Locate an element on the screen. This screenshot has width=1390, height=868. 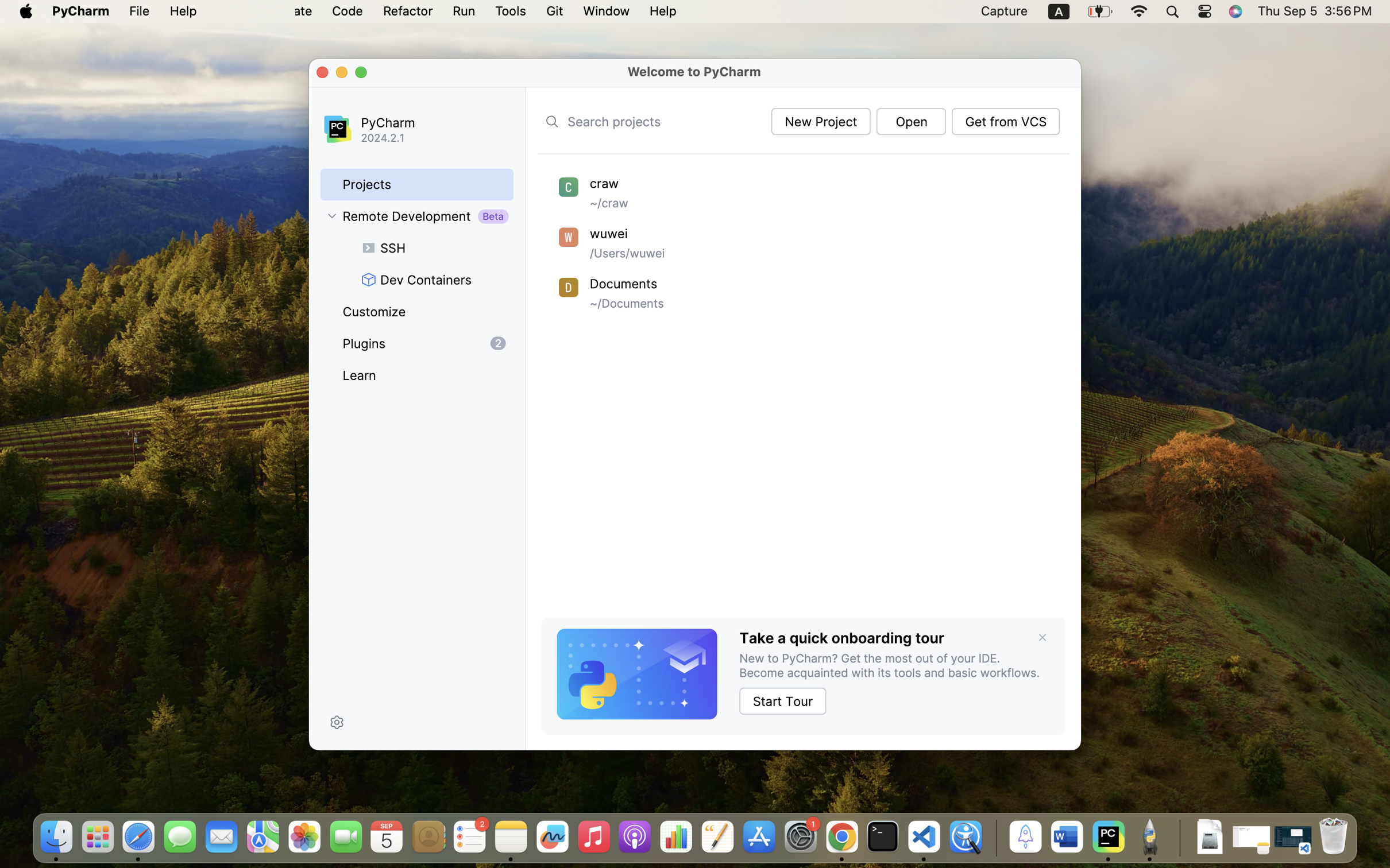
'Take a quick onboarding tour' is located at coordinates (841, 637).